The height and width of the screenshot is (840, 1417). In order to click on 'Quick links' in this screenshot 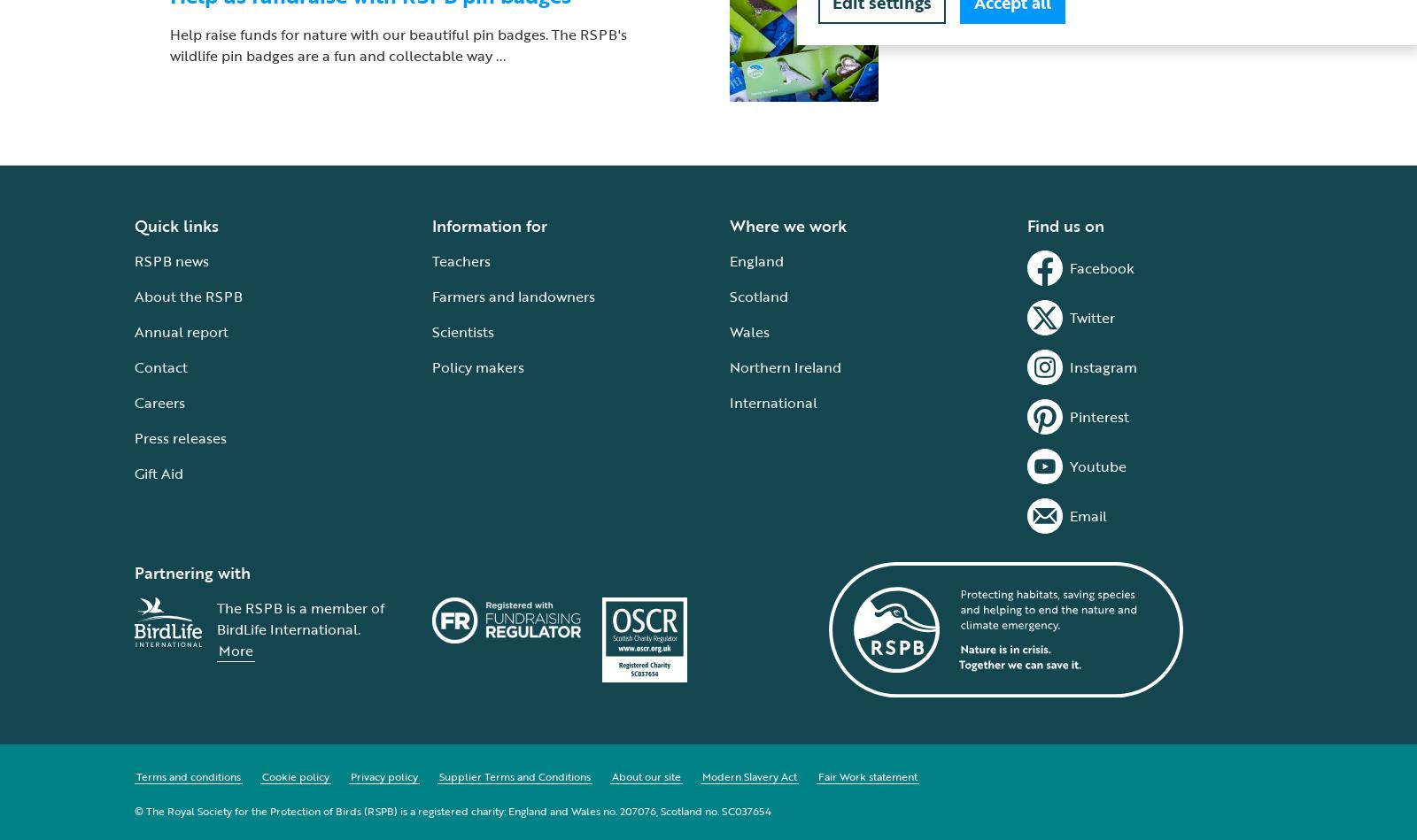, I will do `click(175, 224)`.